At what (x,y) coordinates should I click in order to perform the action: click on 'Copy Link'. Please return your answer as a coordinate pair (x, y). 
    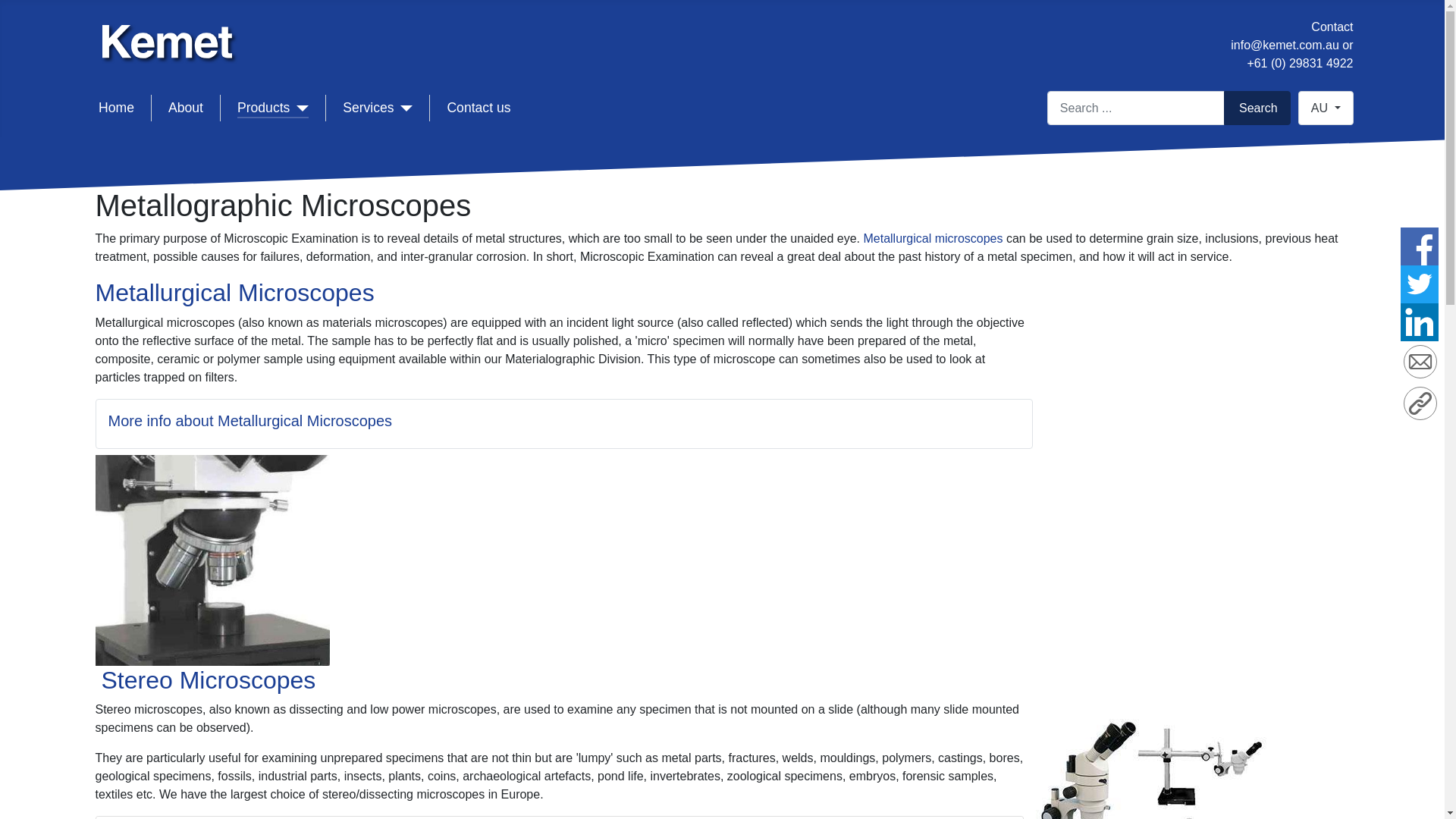
    Looking at the image, I should click on (1419, 403).